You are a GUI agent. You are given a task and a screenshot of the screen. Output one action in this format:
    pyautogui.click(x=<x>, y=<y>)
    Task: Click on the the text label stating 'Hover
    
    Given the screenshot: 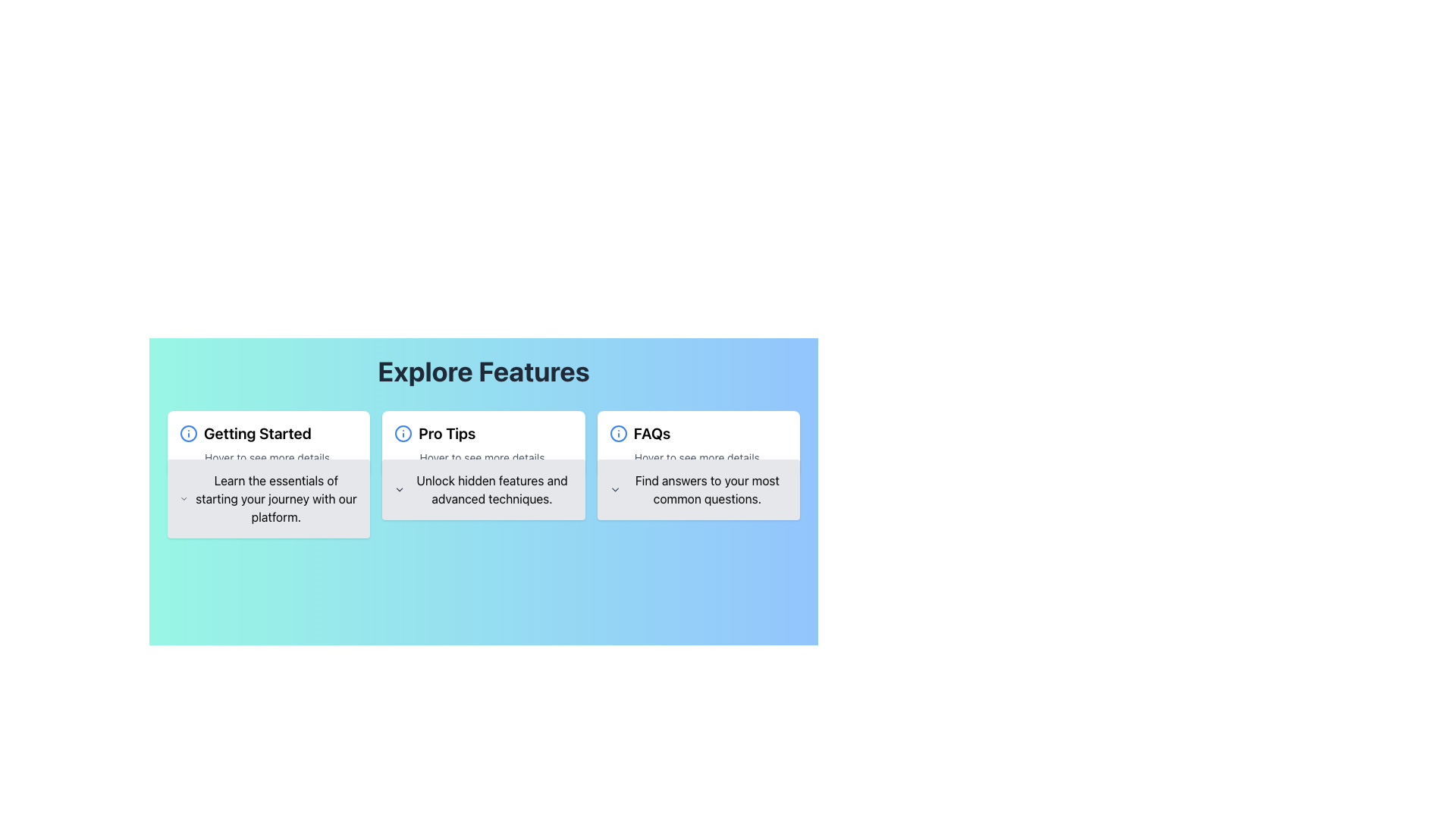 What is the action you would take?
    pyautogui.click(x=268, y=457)
    